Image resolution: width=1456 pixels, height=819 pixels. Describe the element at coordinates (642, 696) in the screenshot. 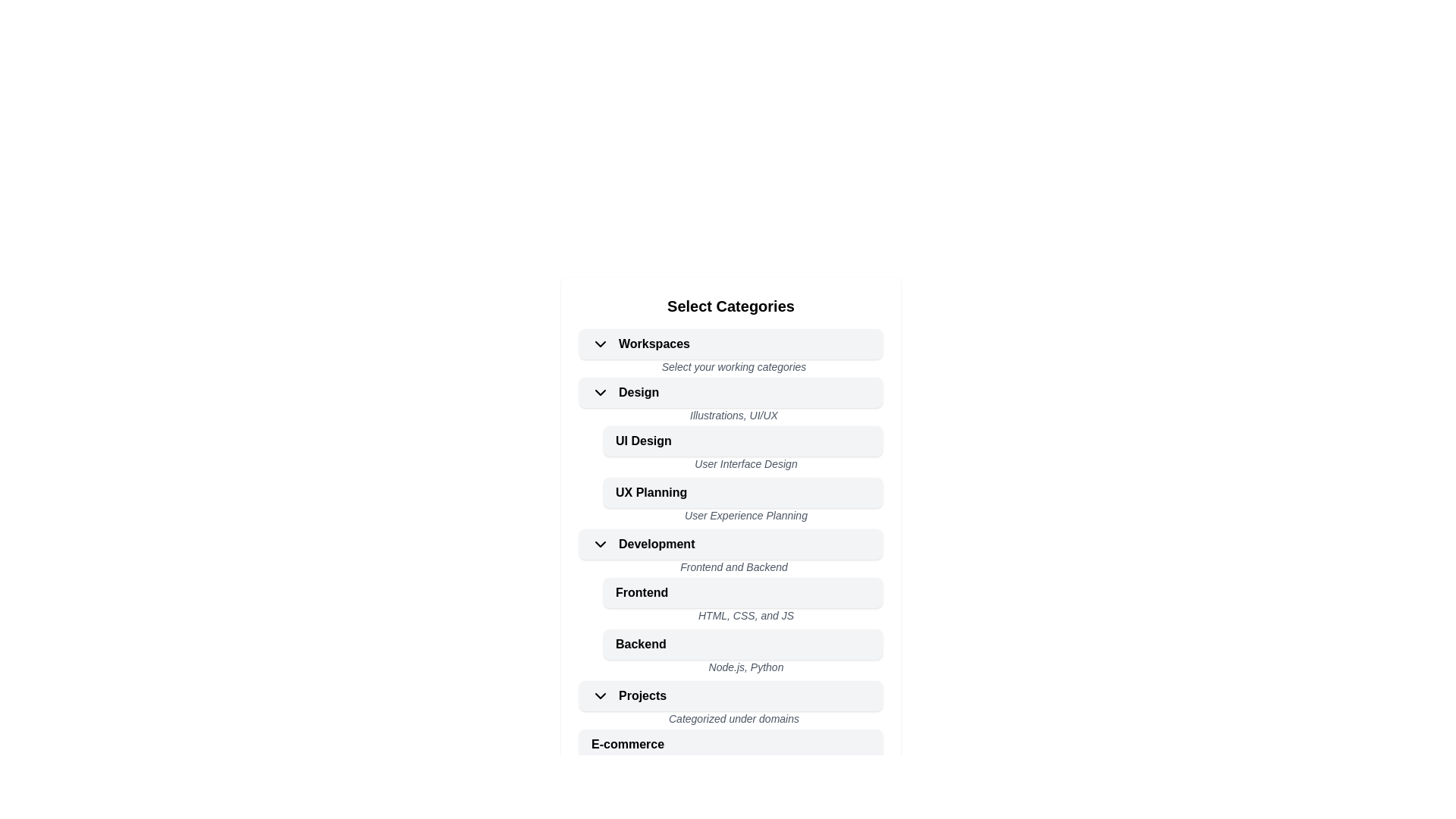

I see `the text label indicating a category or title within the 'Projects' dropdown menu, positioned after a chevron-down icon` at that location.